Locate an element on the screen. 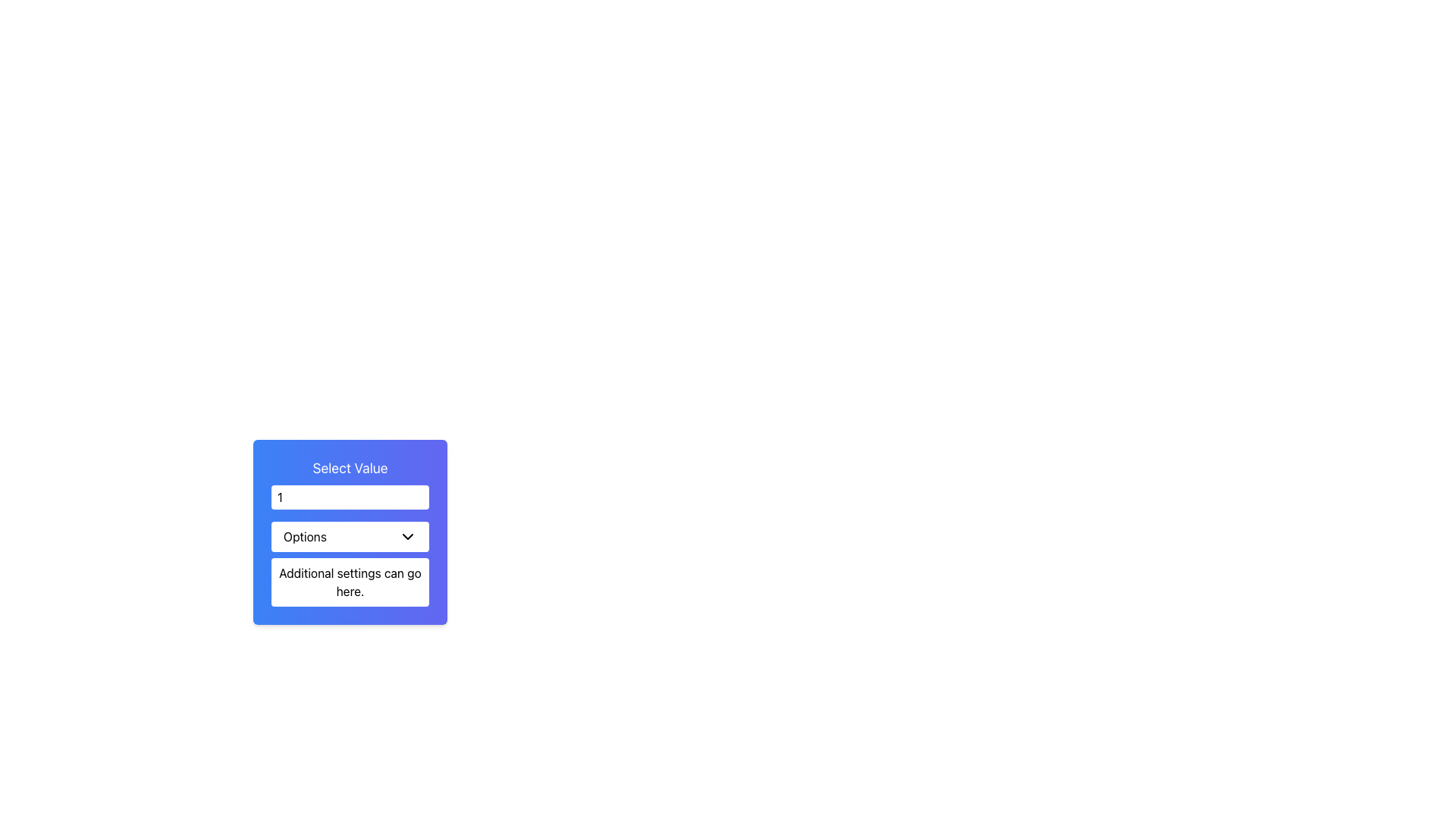  the dropdown menu trigger located below the numeric input field labeled '1' is located at coordinates (349, 536).